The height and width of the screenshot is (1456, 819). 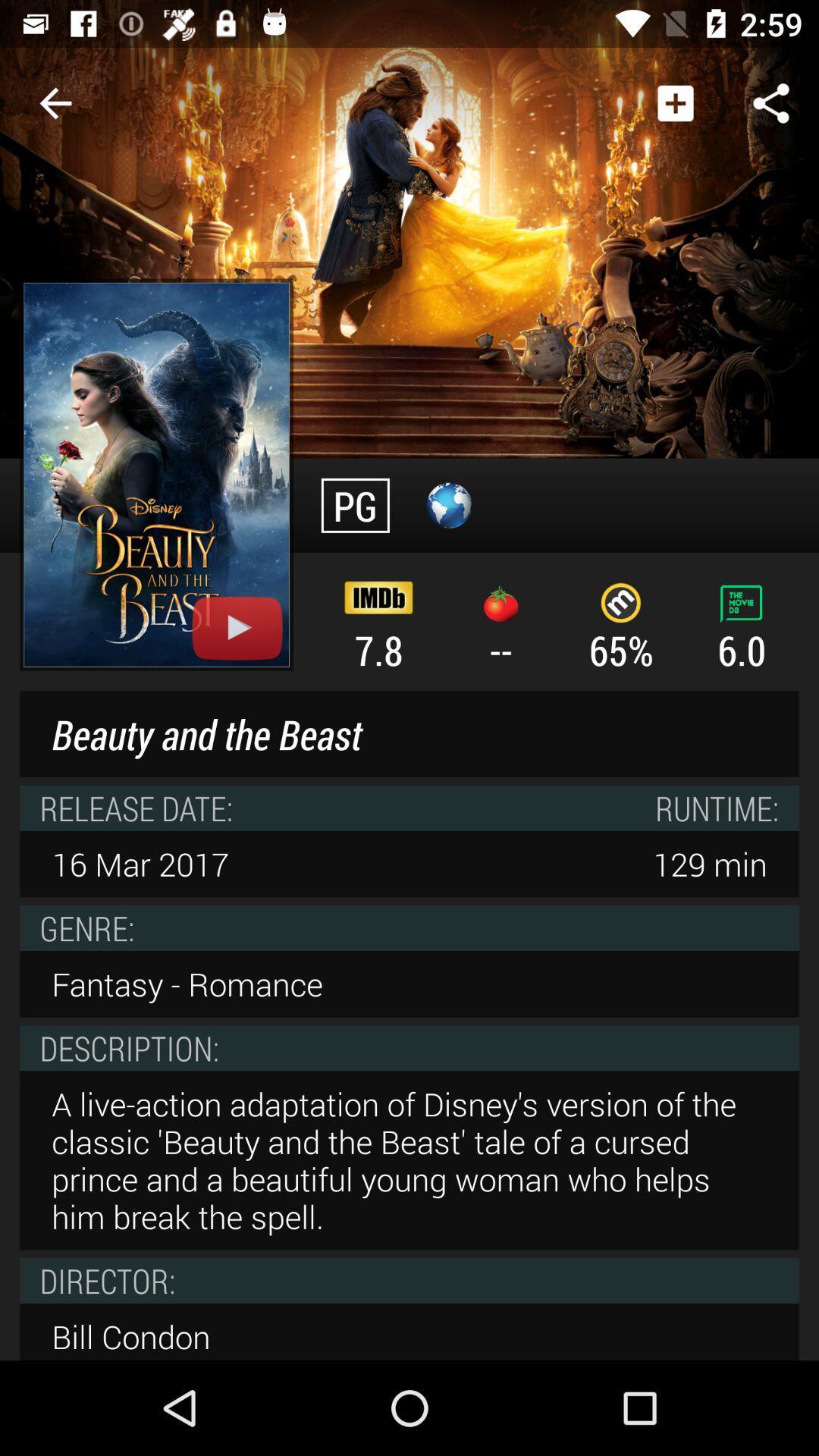 What do you see at coordinates (448, 505) in the screenshot?
I see `the avatar icon` at bounding box center [448, 505].